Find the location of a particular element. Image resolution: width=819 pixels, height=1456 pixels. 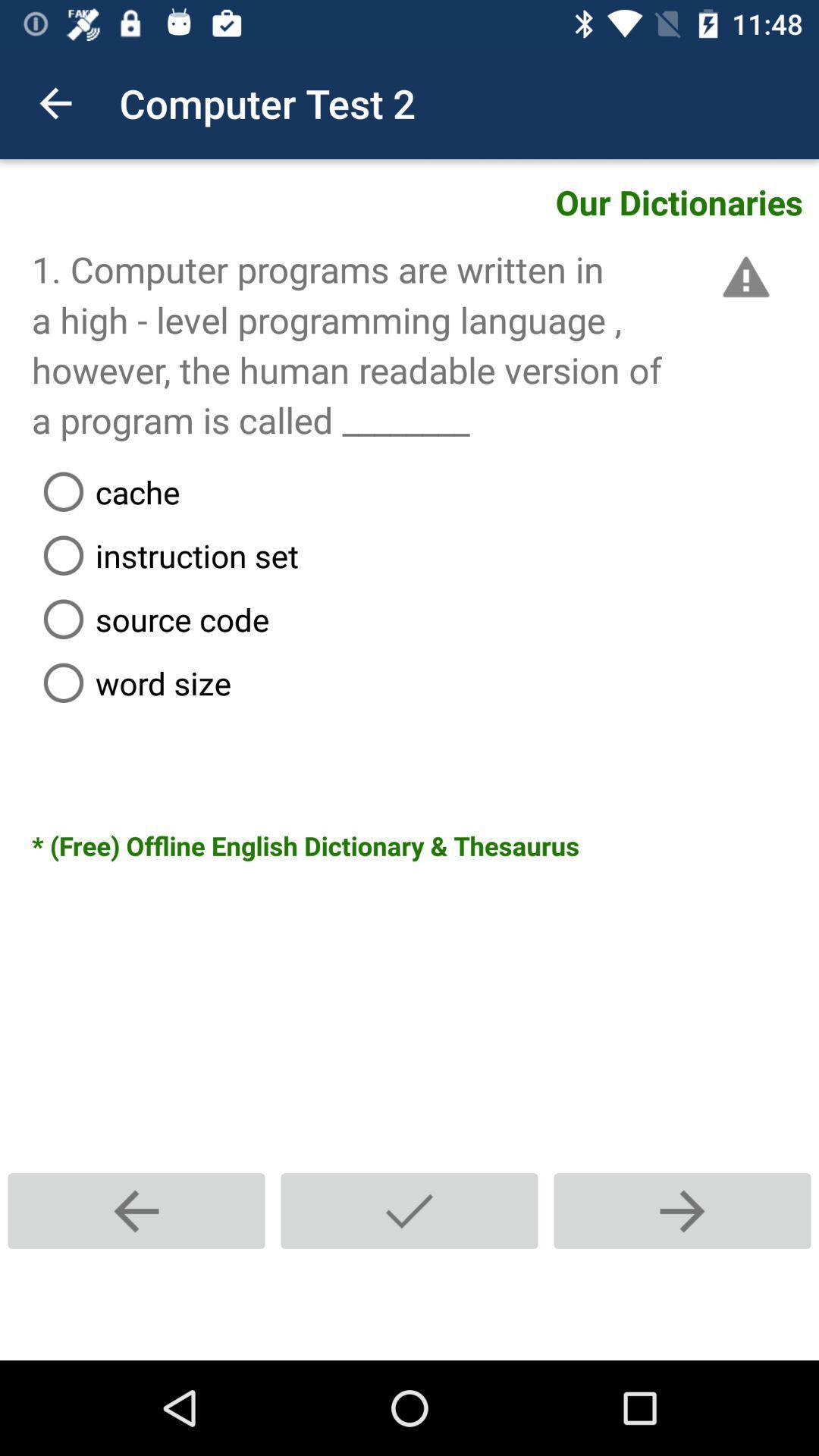

instruction set is located at coordinates (425, 554).